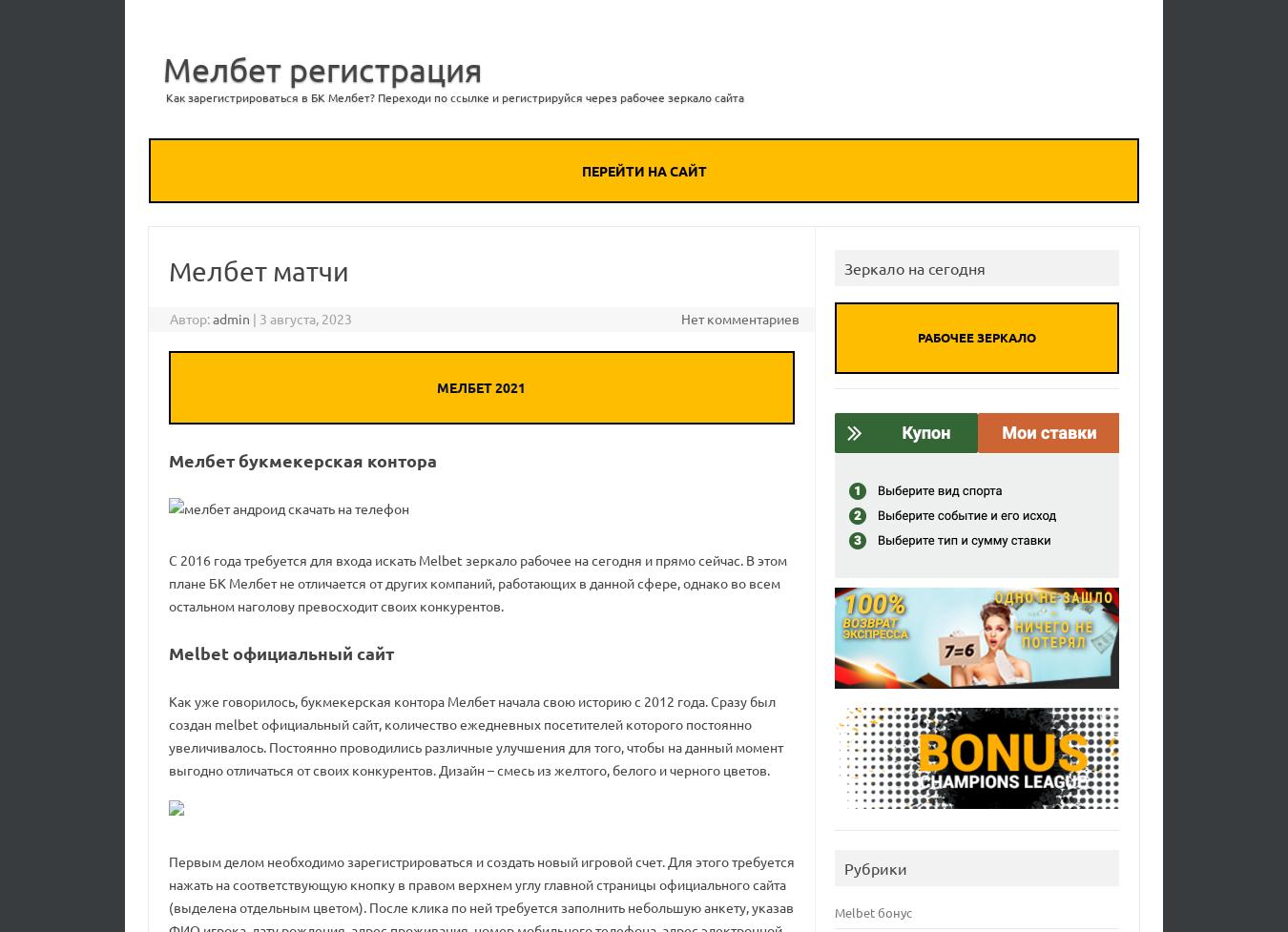 Image resolution: width=1288 pixels, height=932 pixels. I want to click on 'С 2016 года требуется для входа искать Melbet зеркало рабочее на сегодня и прямо сейчас. В этом плане БК Мелбет не отличается от других компаний, работающих в данной сфере, однако во всем остальном наголову превосходит своих конкурентов.', so click(168, 581).